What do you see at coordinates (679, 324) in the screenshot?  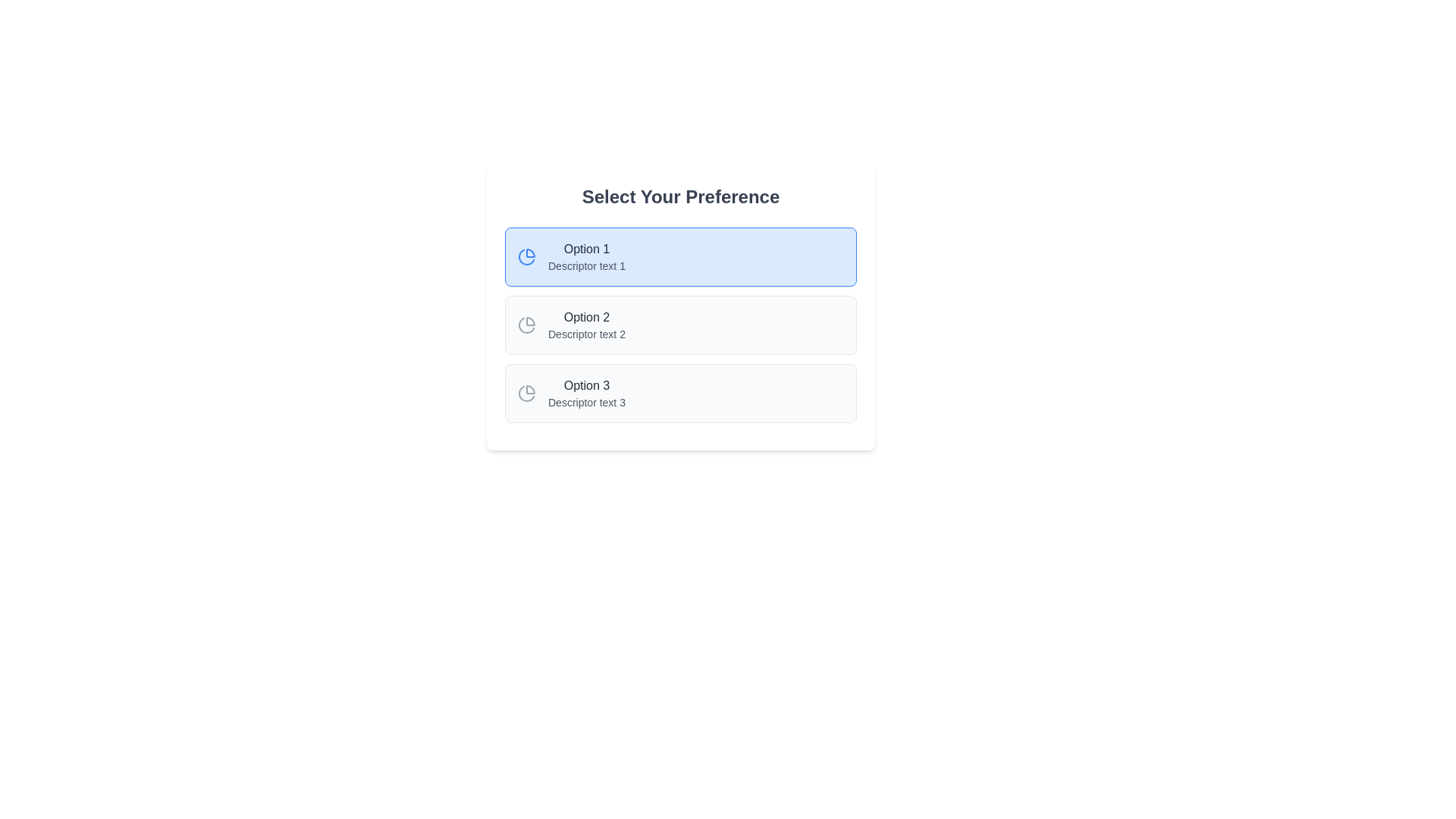 I see `the 'Option 2' radio button` at bounding box center [679, 324].